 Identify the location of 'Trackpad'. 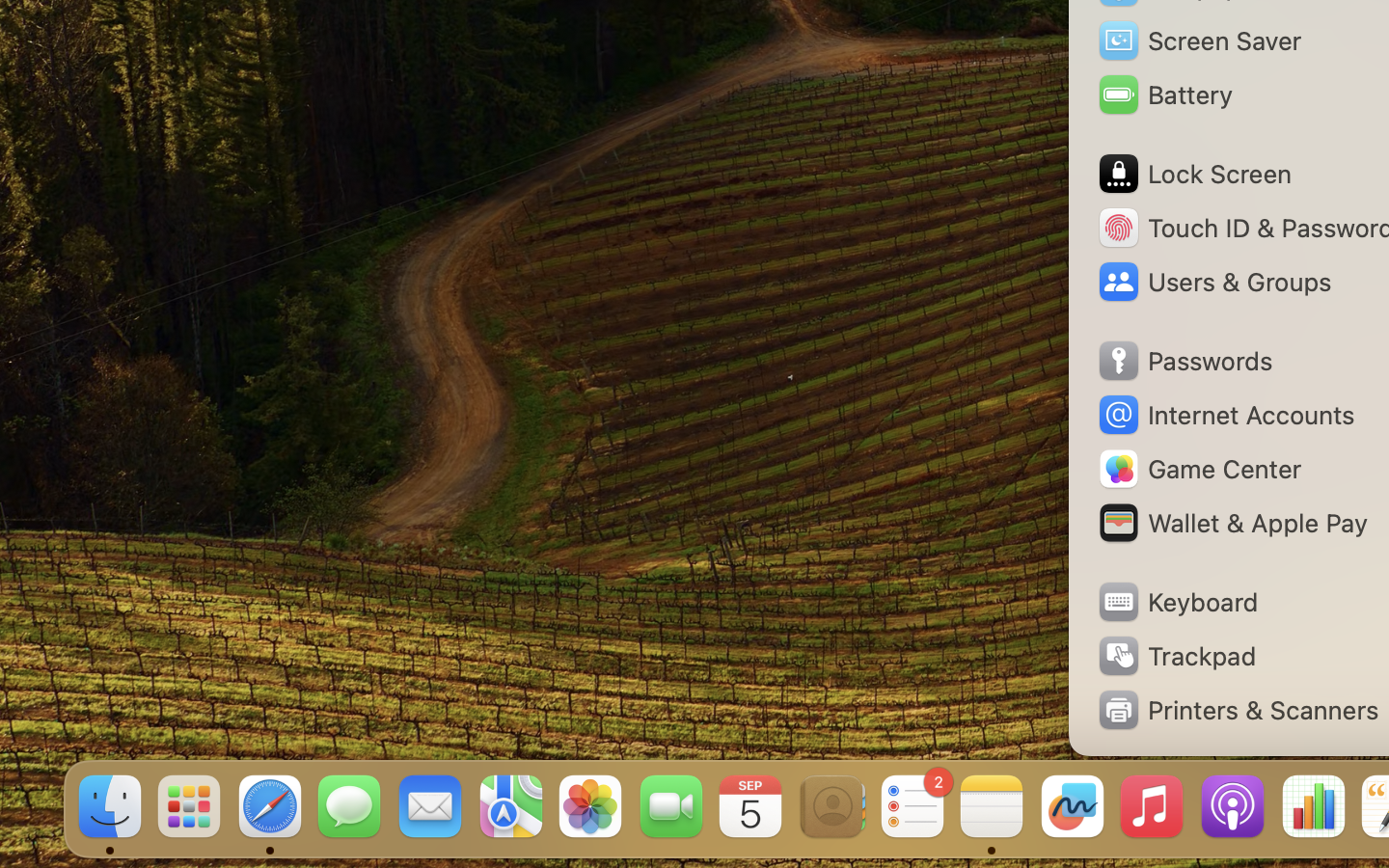
(1174, 655).